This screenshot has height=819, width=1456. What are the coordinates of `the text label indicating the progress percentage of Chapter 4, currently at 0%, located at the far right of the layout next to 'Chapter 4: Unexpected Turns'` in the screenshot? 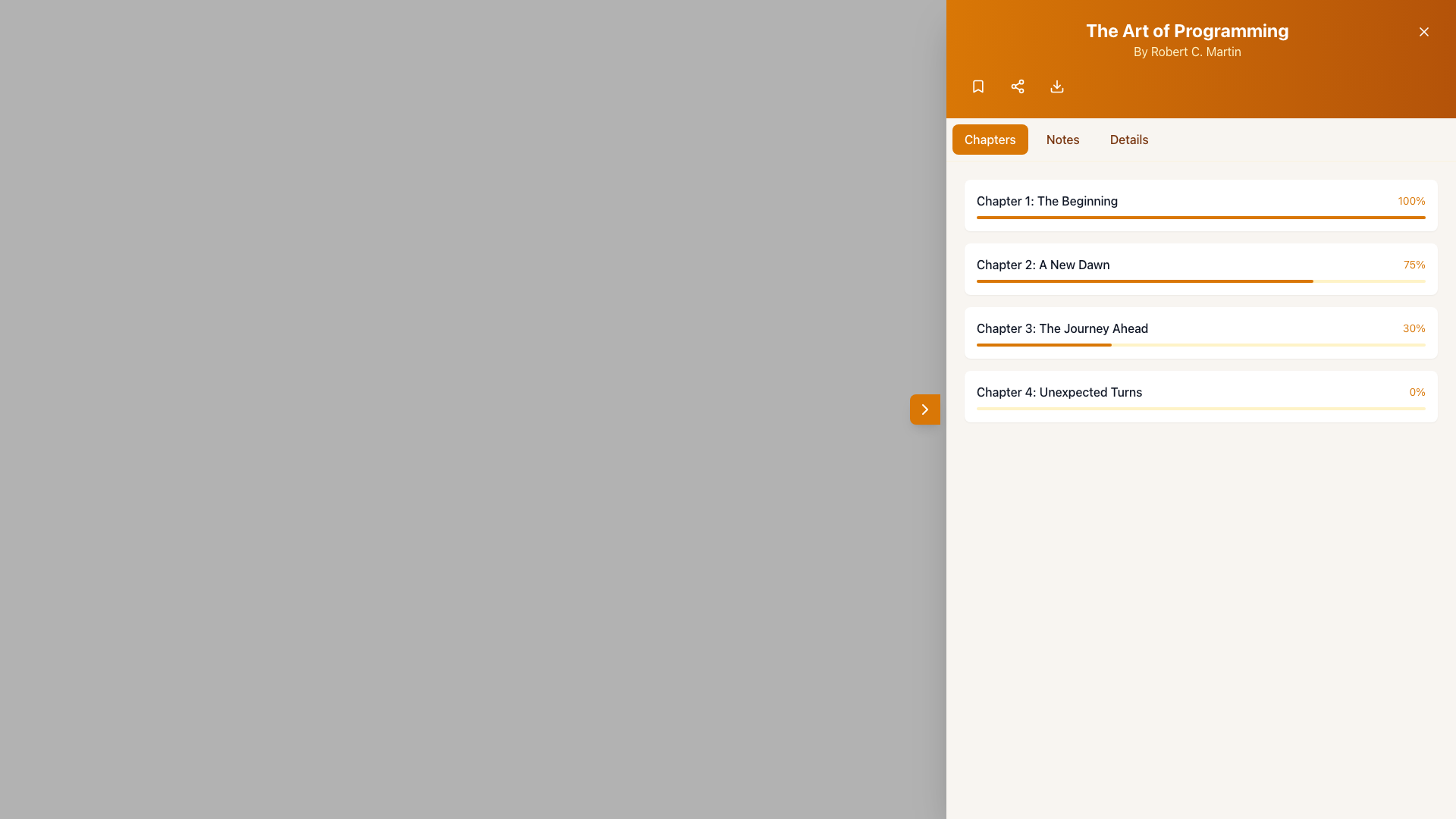 It's located at (1417, 391).